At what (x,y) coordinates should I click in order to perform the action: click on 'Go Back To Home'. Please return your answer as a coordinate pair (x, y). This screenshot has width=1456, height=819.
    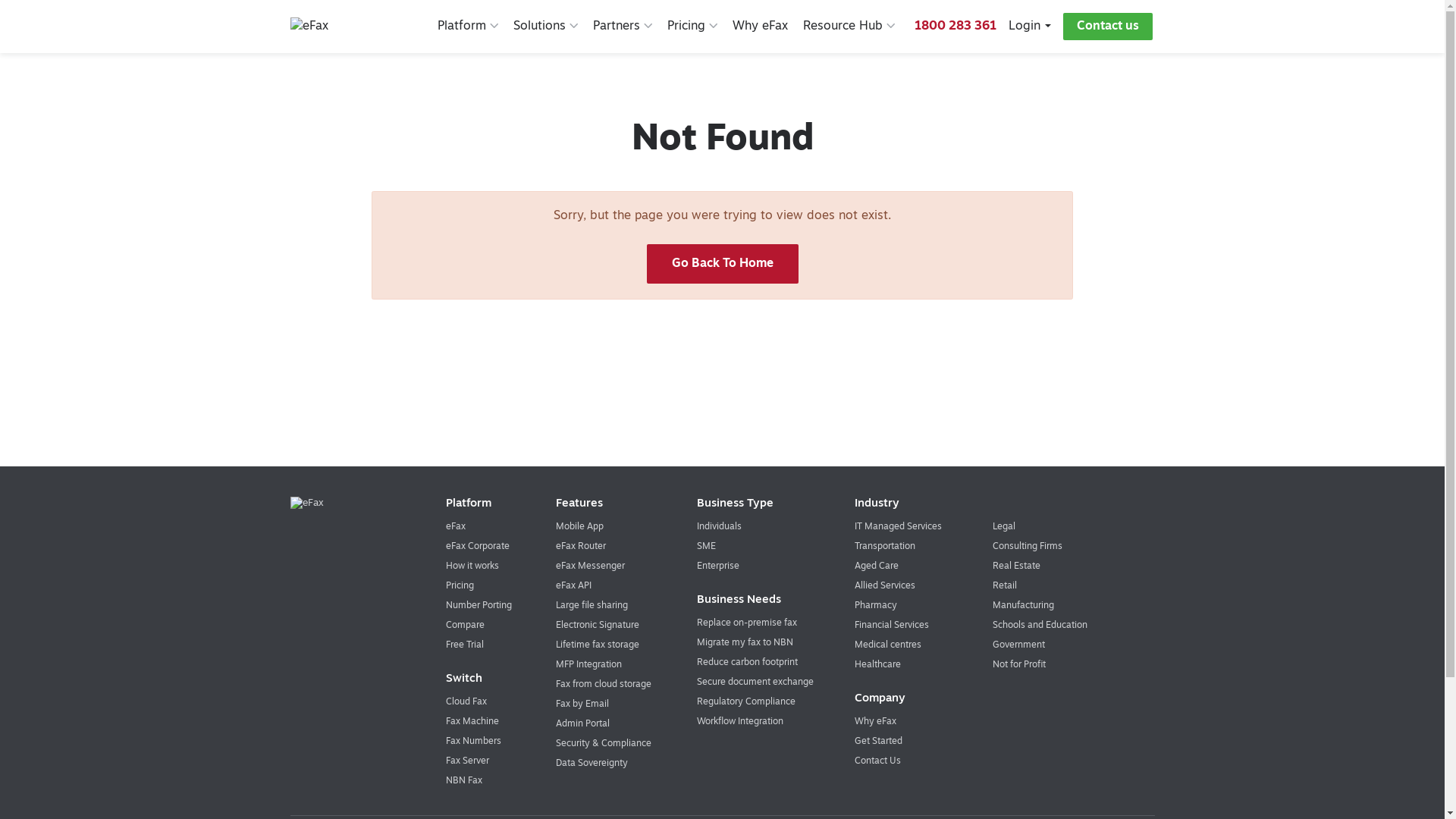
    Looking at the image, I should click on (645, 262).